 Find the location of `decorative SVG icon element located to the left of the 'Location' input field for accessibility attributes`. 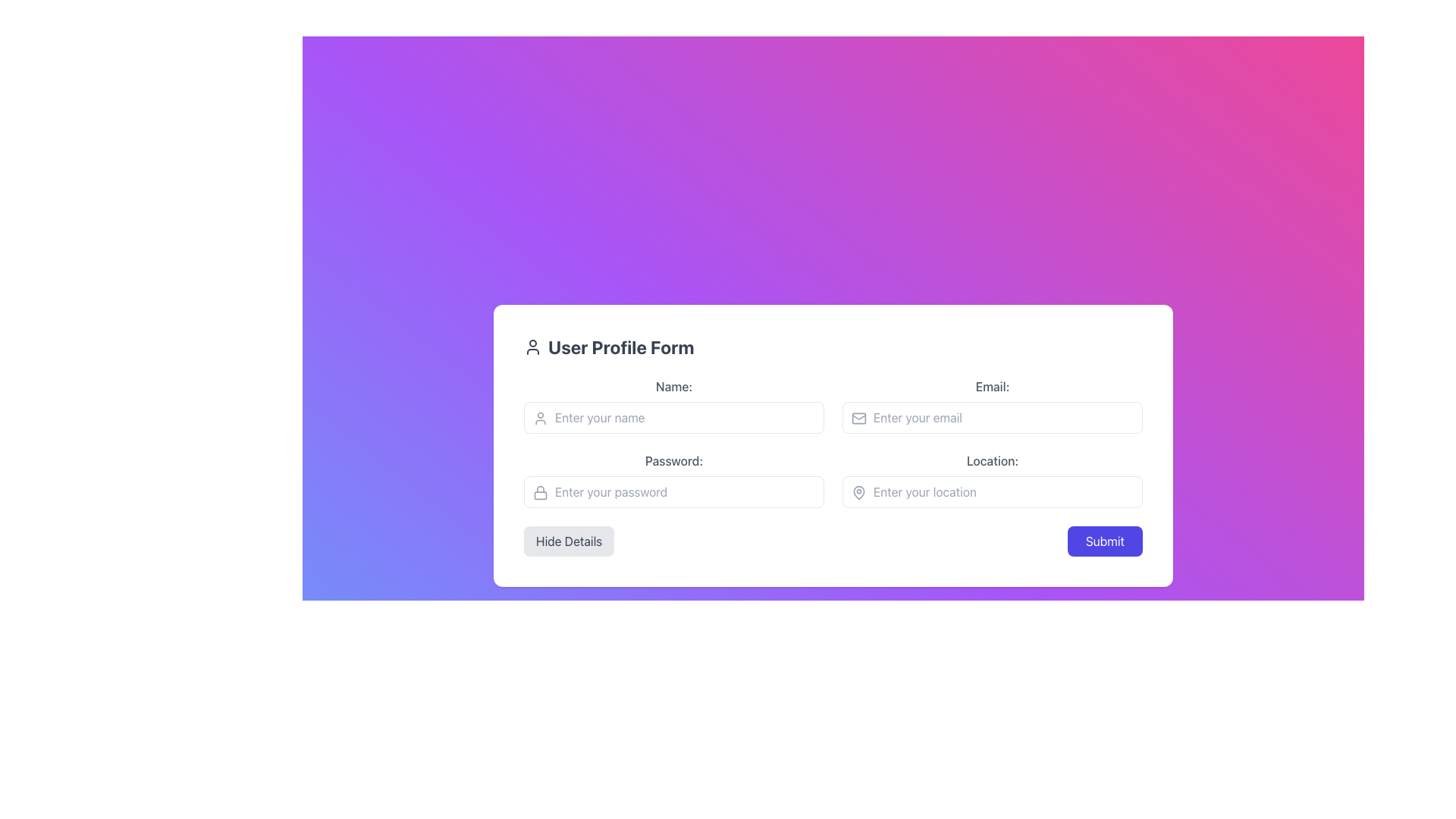

decorative SVG icon element located to the left of the 'Location' input field for accessibility attributes is located at coordinates (858, 491).